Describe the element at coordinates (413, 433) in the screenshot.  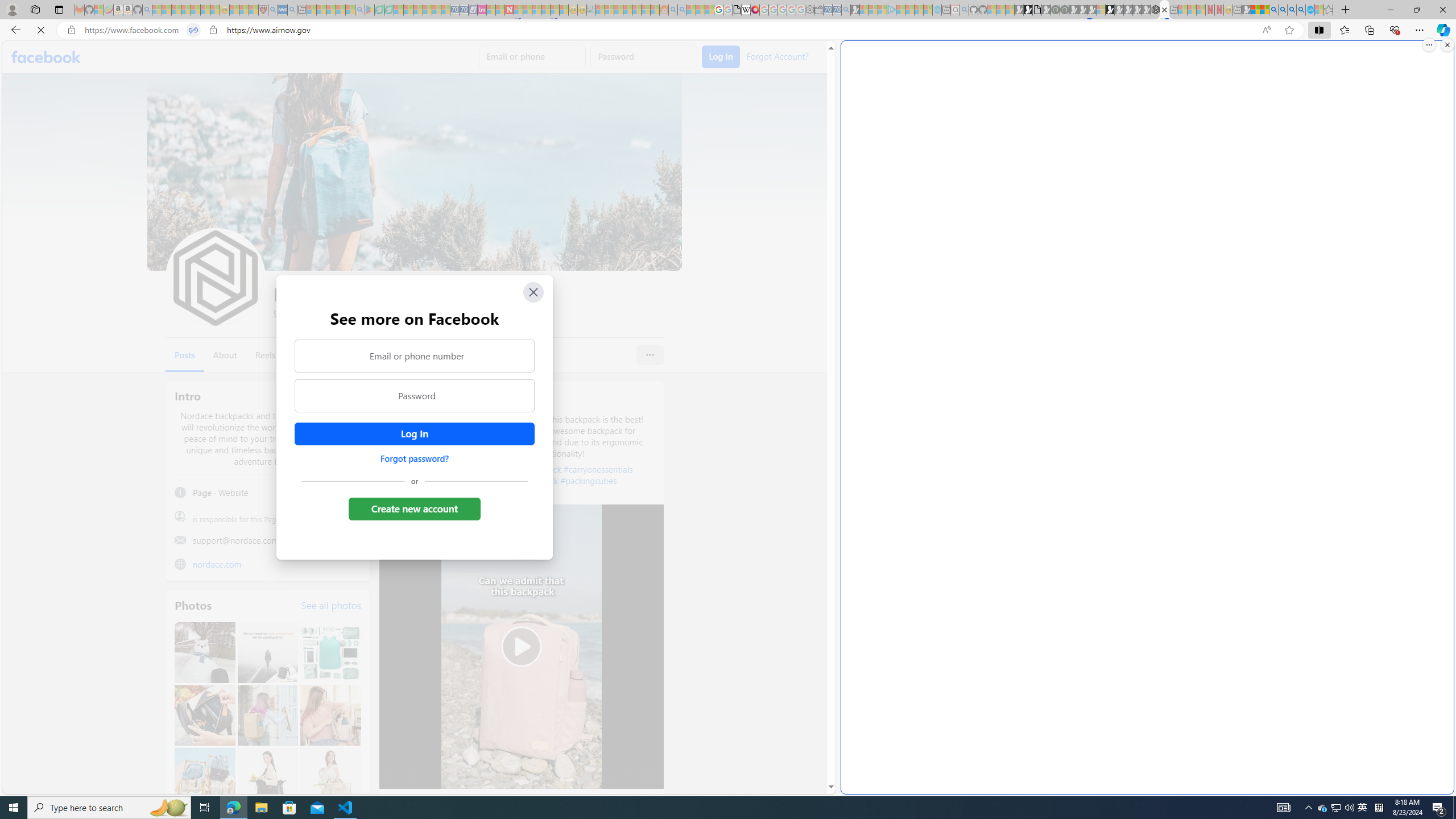
I see `'Accessible login button'` at that location.